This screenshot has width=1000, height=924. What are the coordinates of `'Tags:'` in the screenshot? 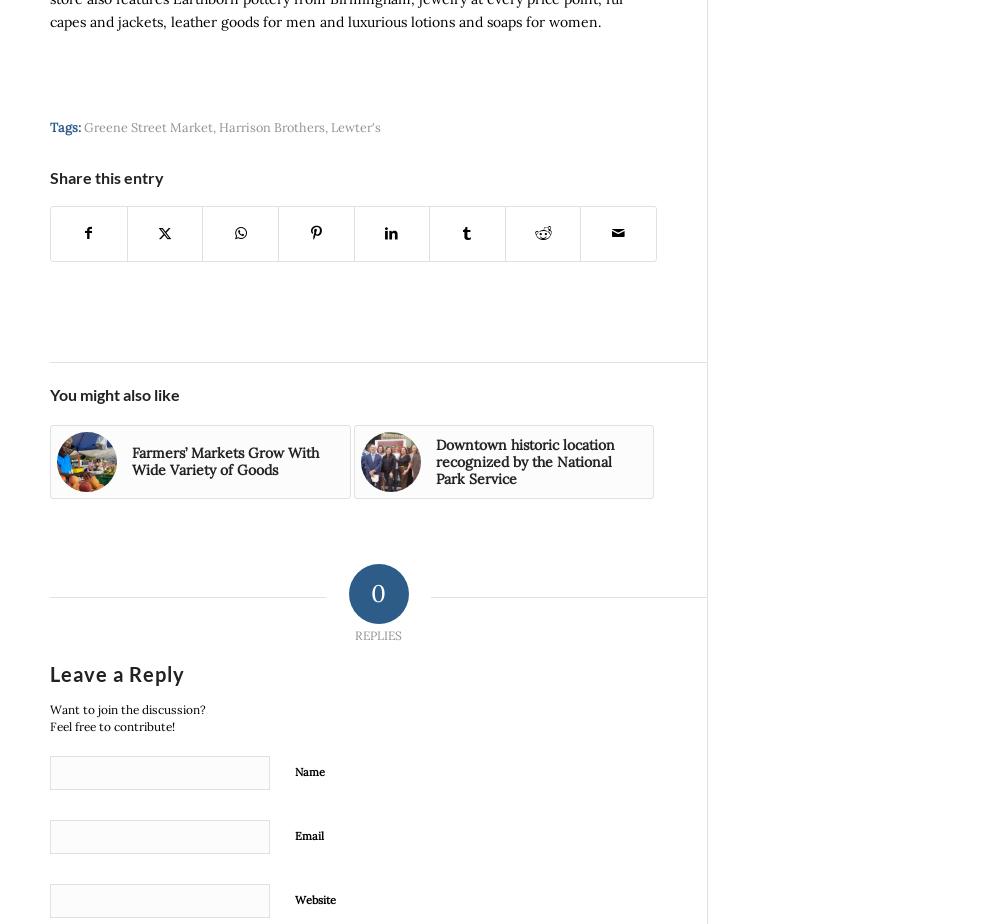 It's located at (64, 125).